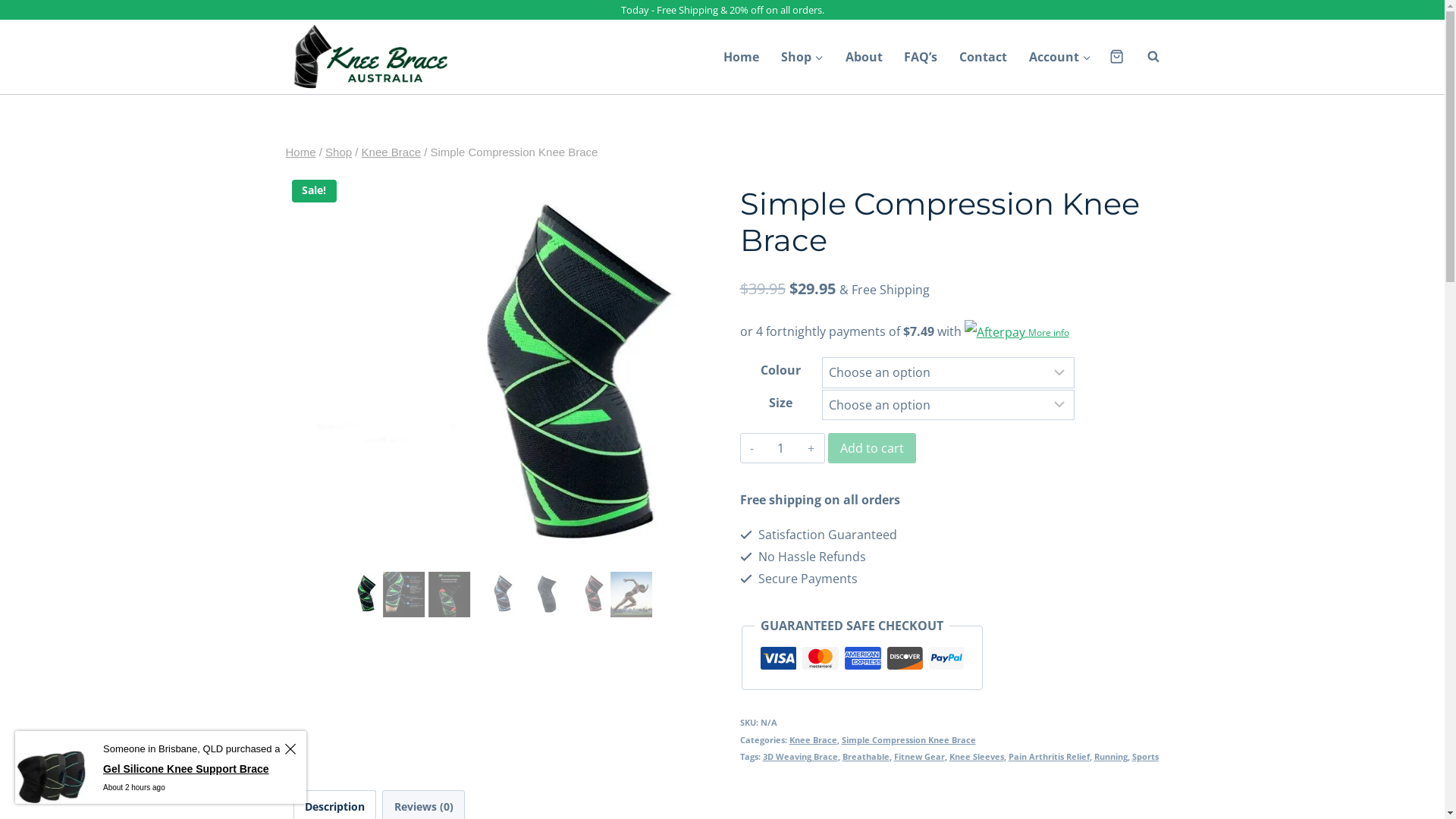  I want to click on 'Home', so click(300, 152).